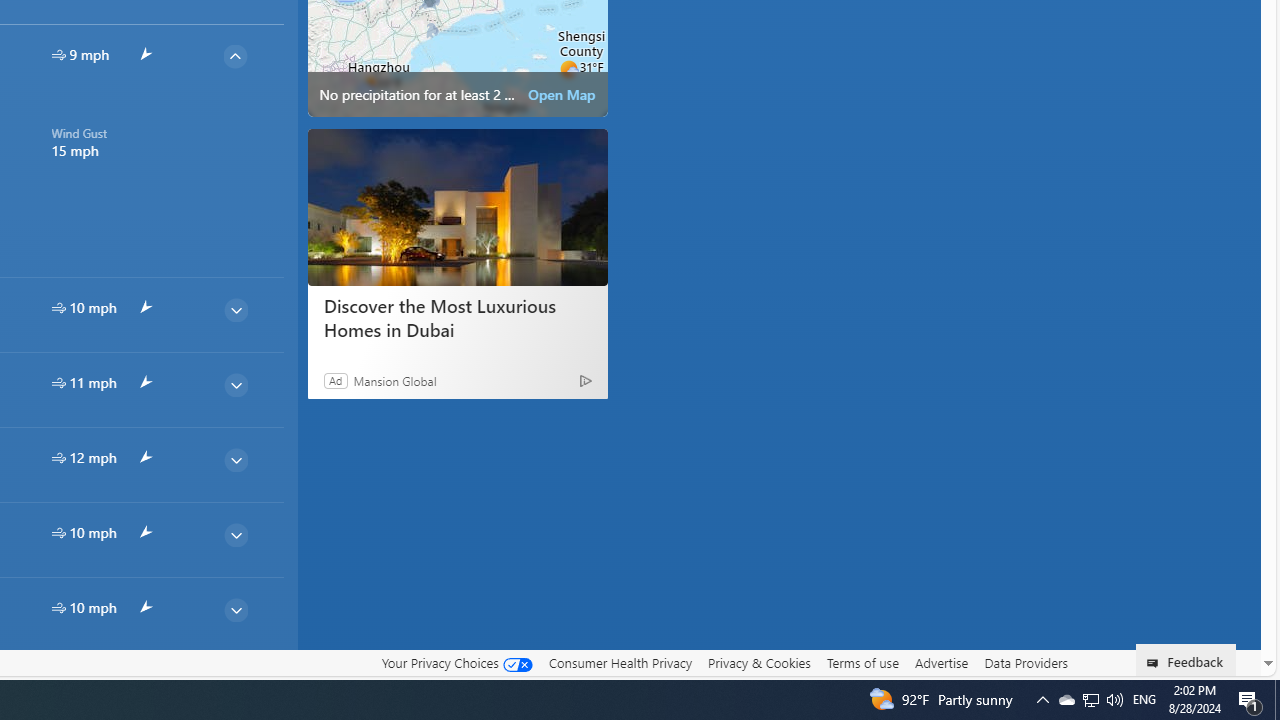  What do you see at coordinates (758, 663) in the screenshot?
I see `'Privacy & Cookies'` at bounding box center [758, 663].